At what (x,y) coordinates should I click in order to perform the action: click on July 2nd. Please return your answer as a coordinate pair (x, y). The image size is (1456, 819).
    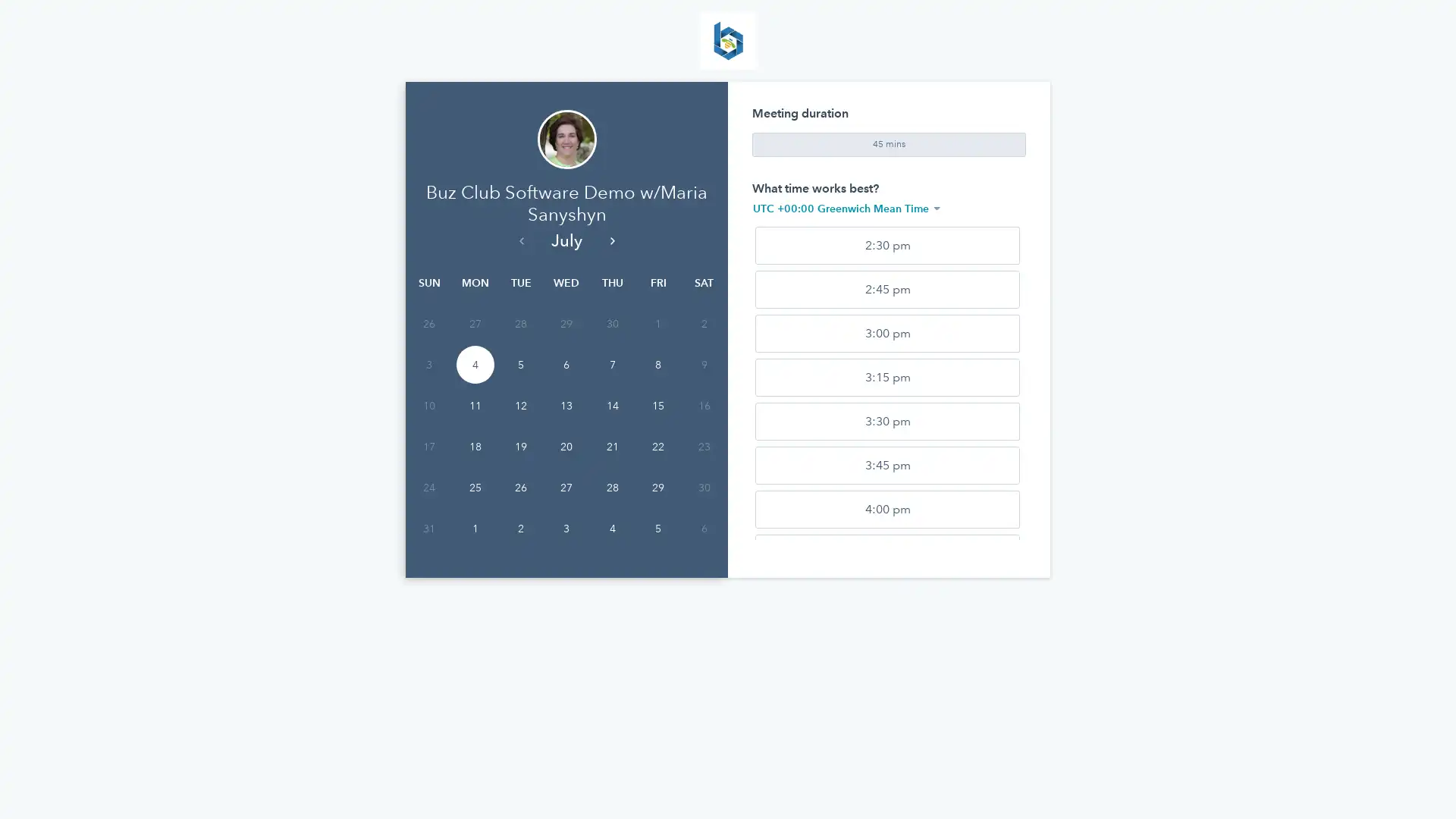
    Looking at the image, I should click on (702, 323).